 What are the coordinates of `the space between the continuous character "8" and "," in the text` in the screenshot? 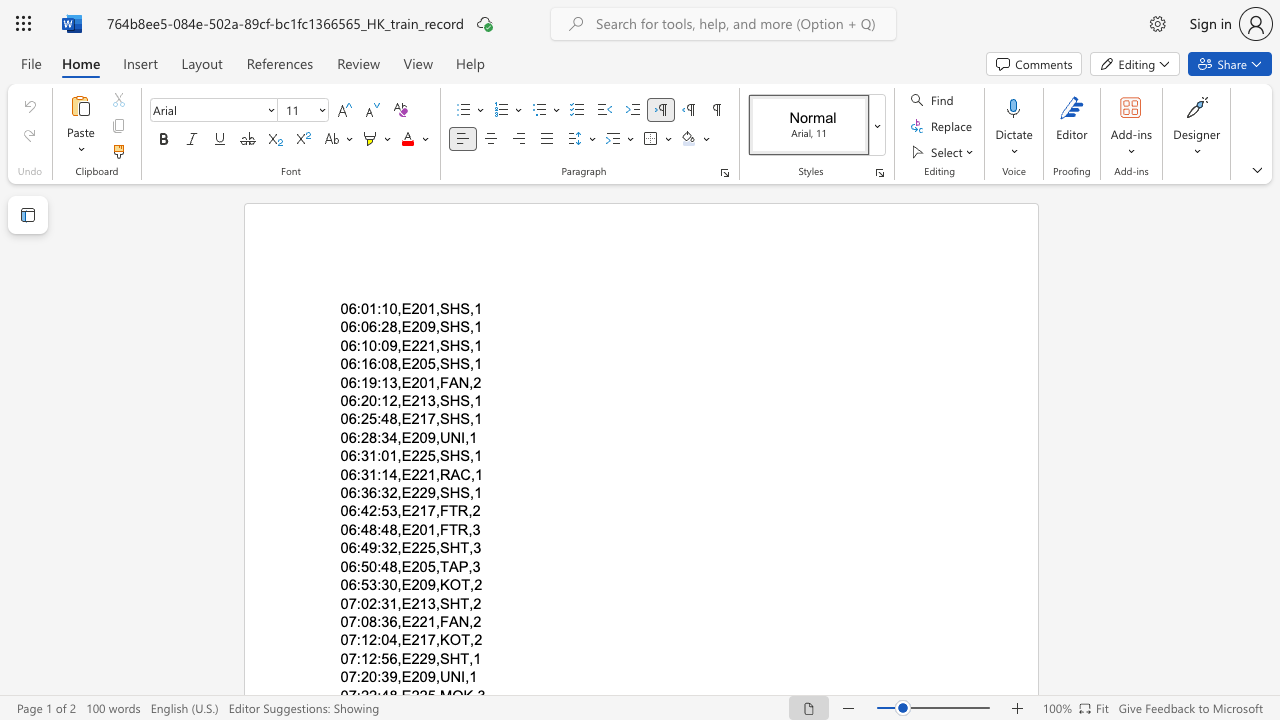 It's located at (396, 566).